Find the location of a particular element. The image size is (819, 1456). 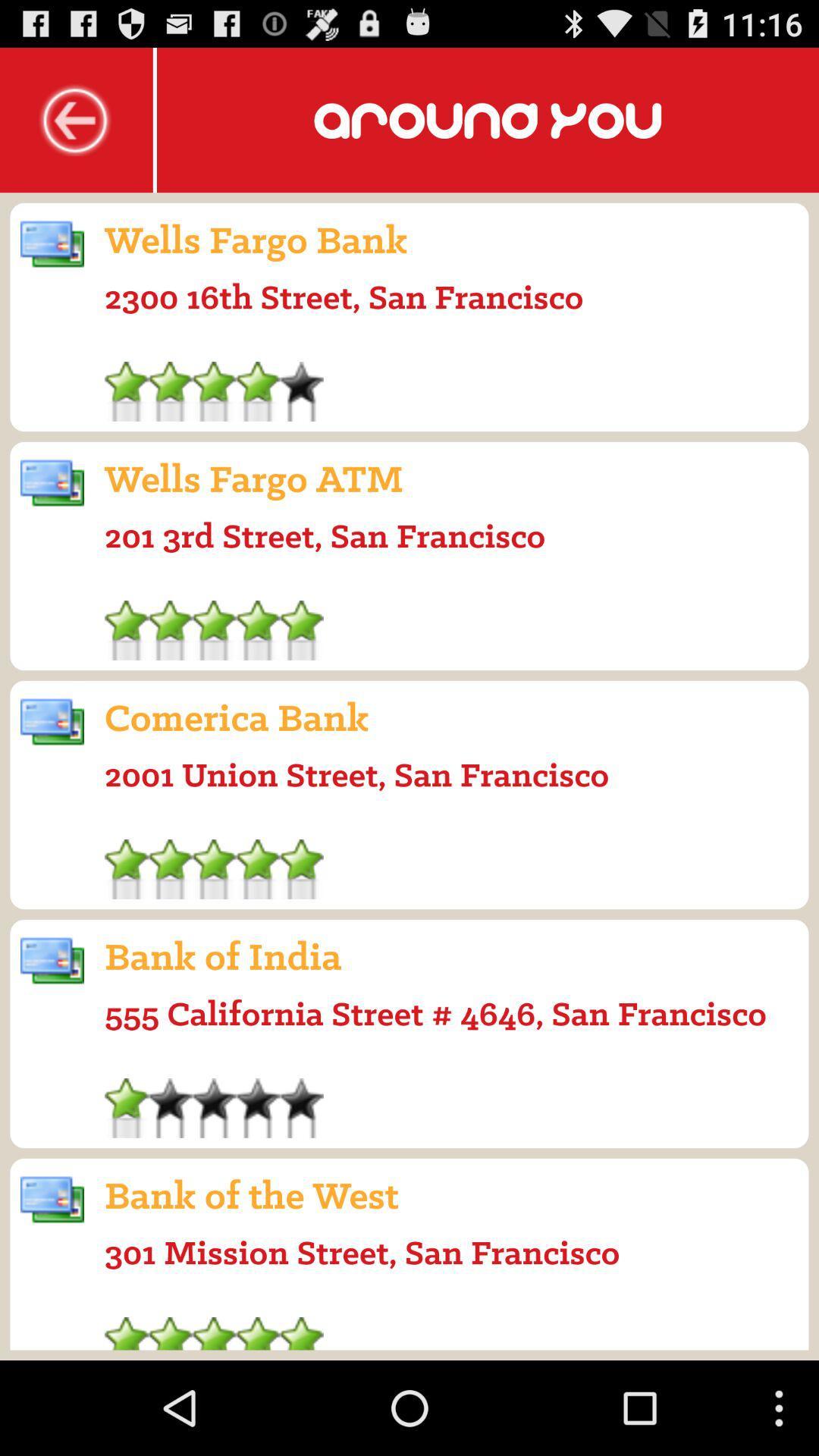

555 california street is located at coordinates (435, 1013).